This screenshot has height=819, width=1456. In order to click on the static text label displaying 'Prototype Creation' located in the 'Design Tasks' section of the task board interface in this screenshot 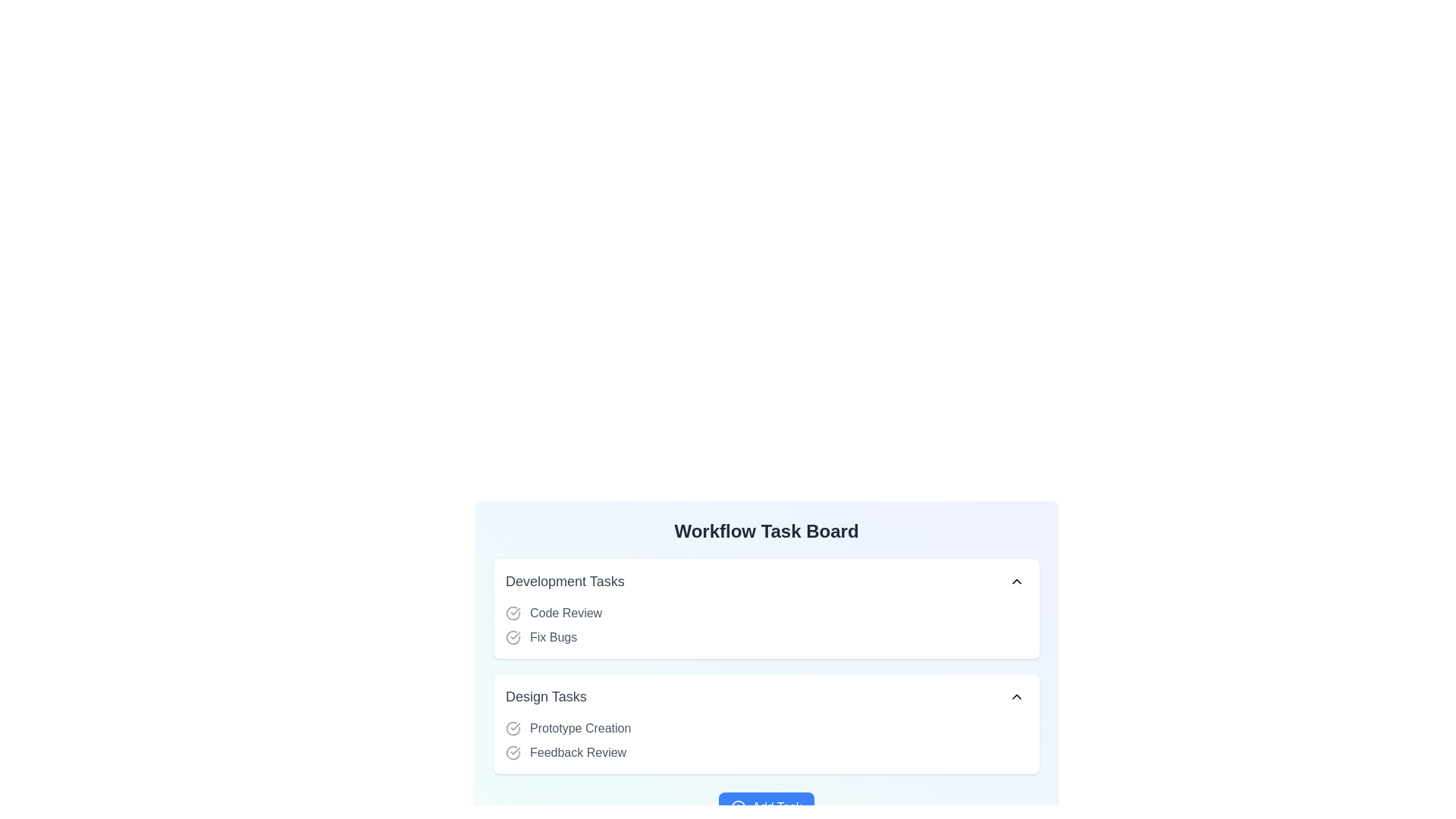, I will do `click(579, 727)`.